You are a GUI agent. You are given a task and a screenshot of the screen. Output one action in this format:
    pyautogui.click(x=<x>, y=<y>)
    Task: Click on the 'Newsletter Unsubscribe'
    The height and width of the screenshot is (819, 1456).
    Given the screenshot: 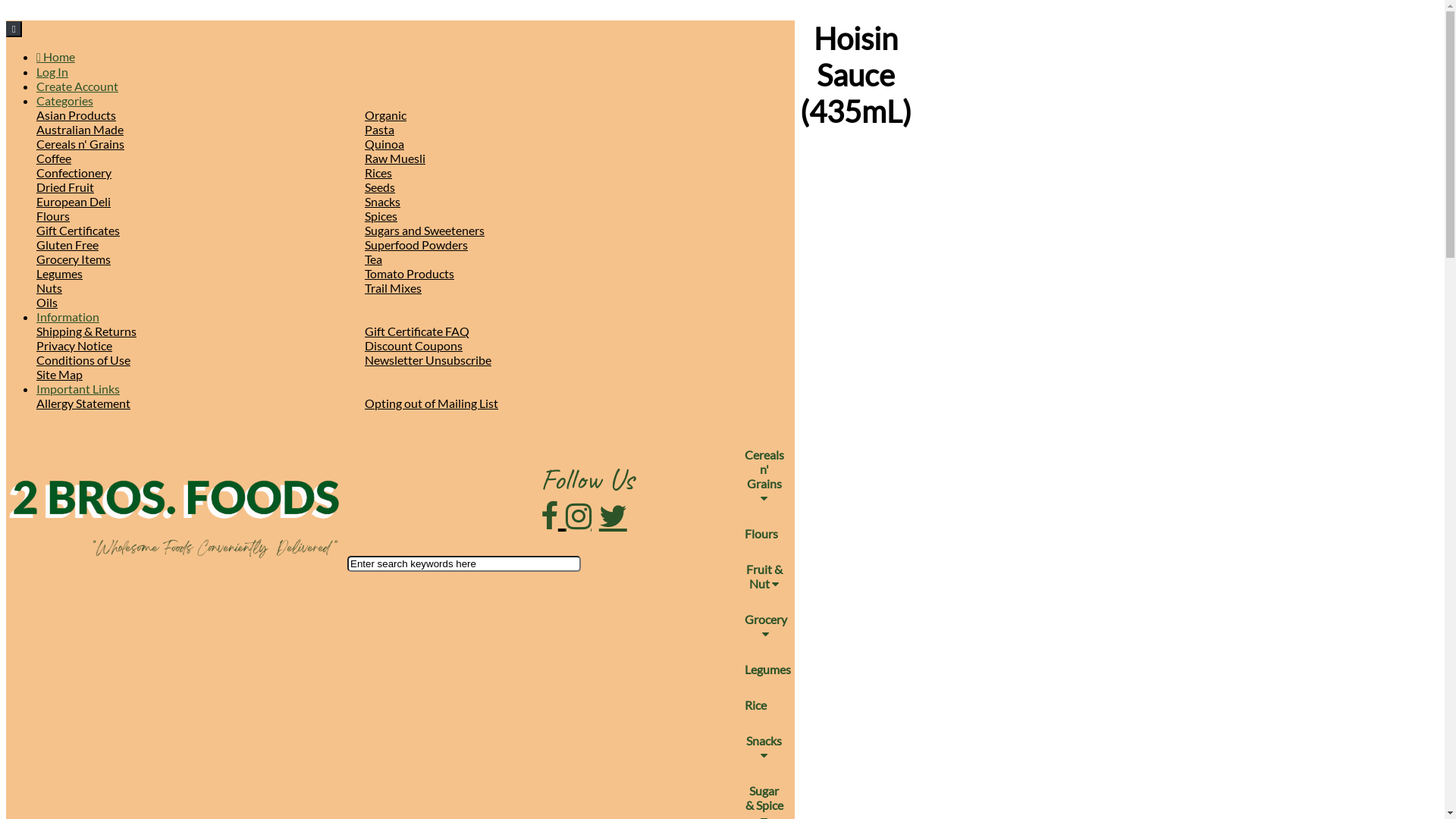 What is the action you would take?
    pyautogui.click(x=364, y=359)
    